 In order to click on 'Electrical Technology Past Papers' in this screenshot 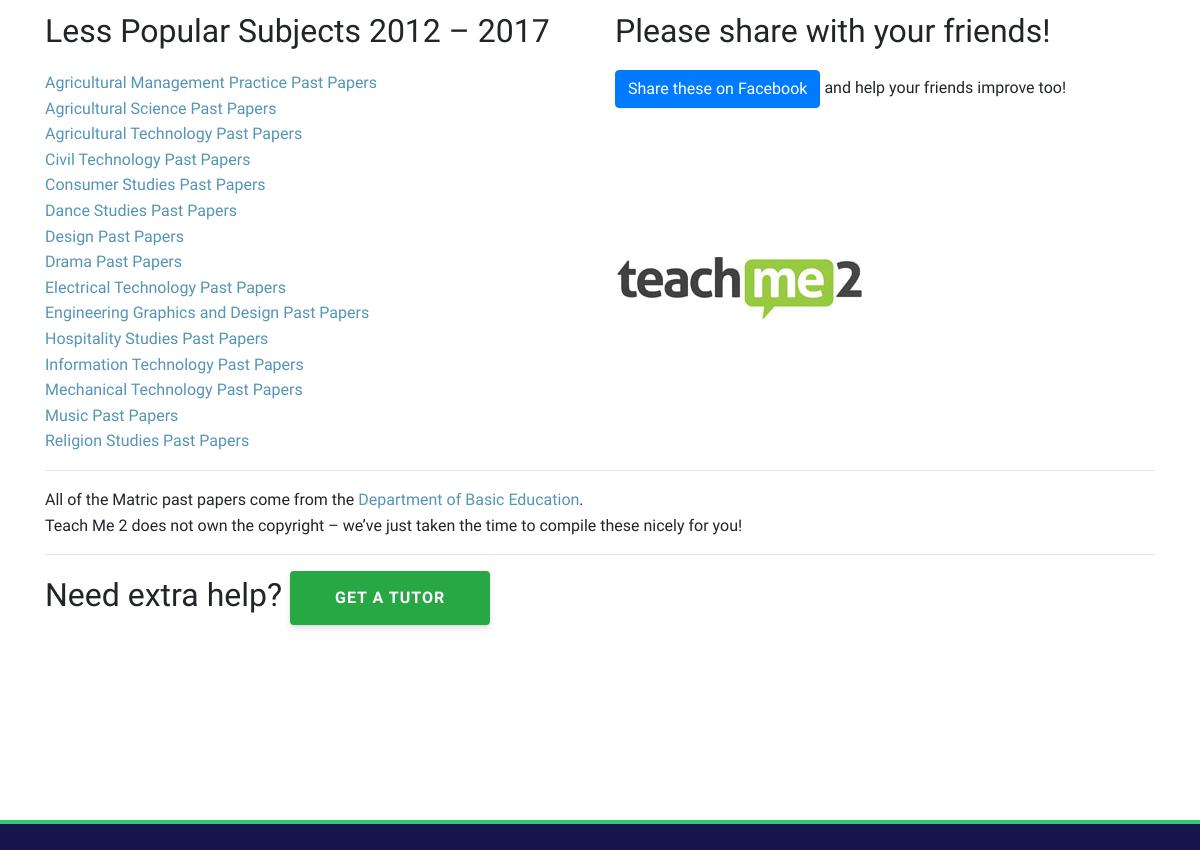, I will do `click(45, 285)`.